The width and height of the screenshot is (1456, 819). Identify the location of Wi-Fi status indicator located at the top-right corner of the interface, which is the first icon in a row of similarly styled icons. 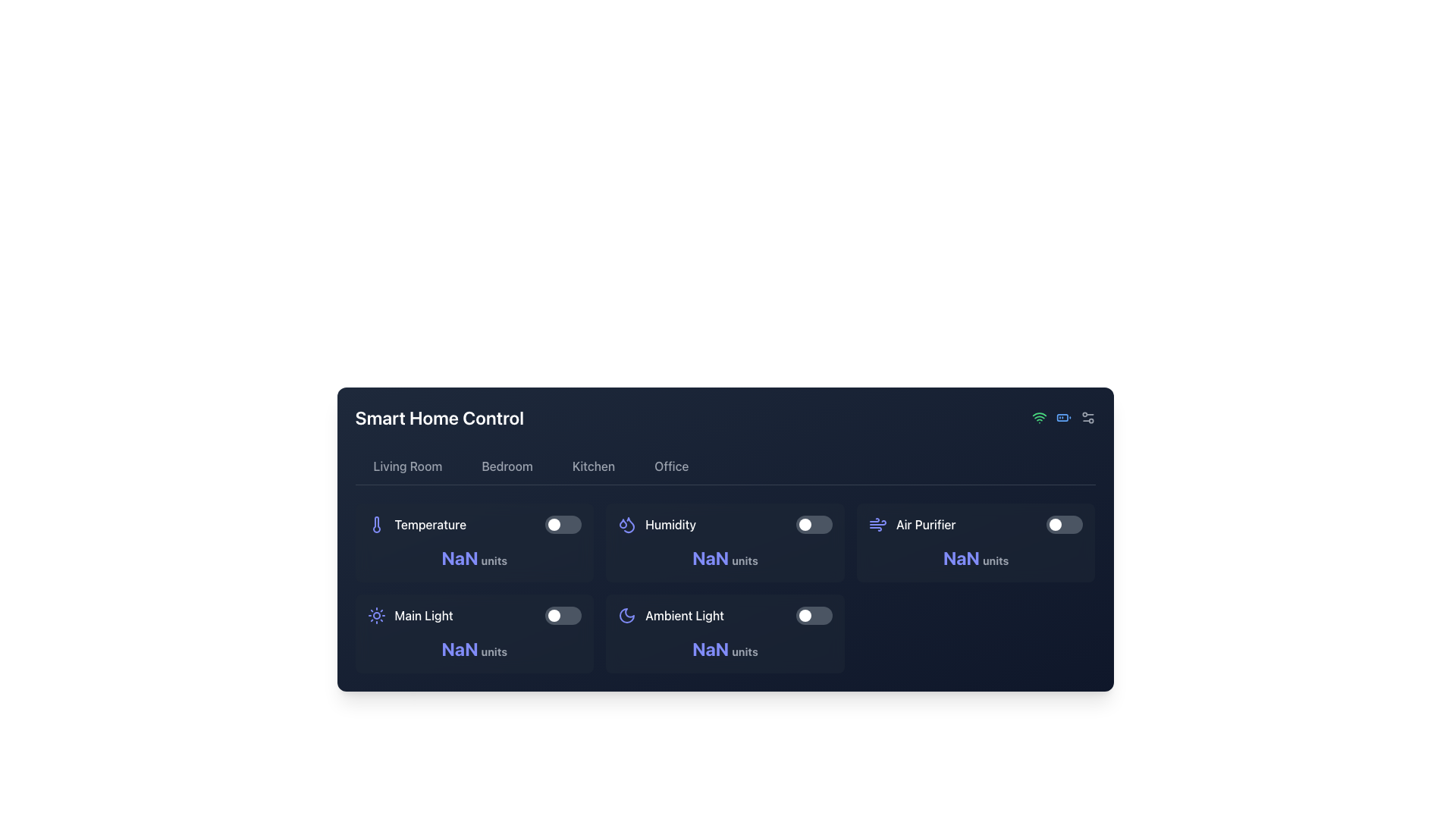
(1038, 418).